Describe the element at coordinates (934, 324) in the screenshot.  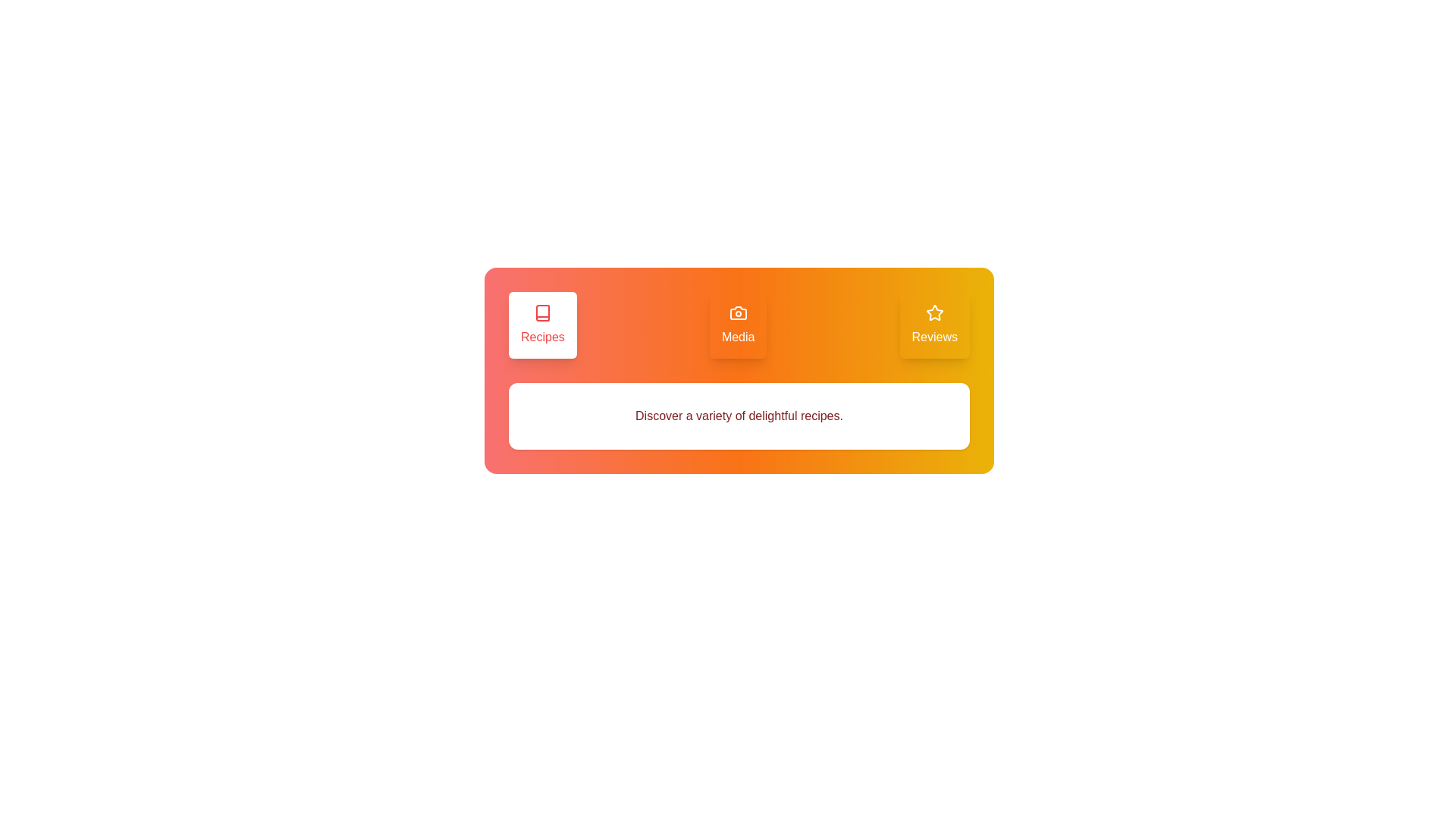
I see `the tab labeled Reviews to observe its hover effect` at that location.